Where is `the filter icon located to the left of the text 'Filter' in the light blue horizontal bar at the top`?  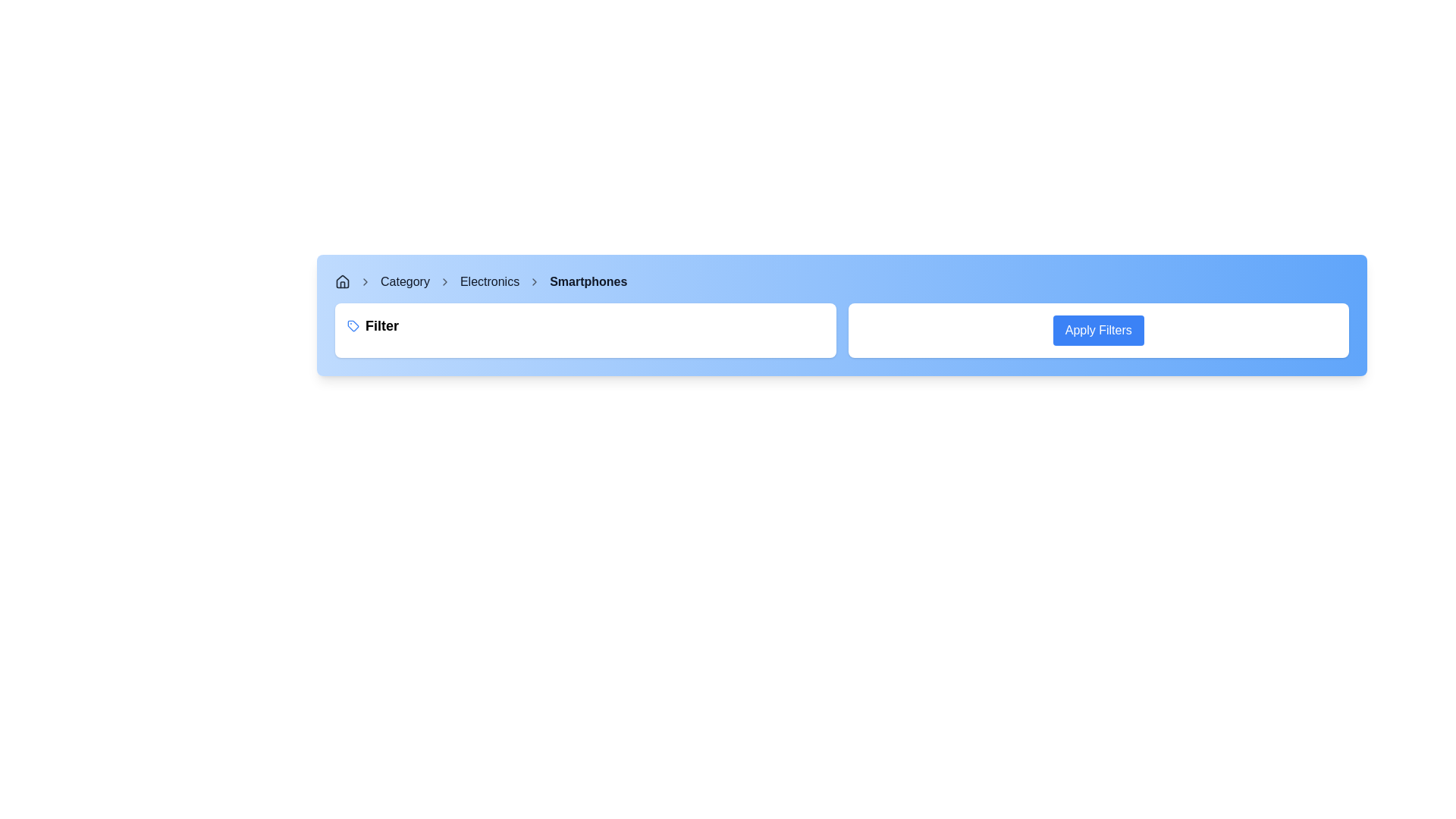 the filter icon located to the left of the text 'Filter' in the light blue horizontal bar at the top is located at coordinates (352, 325).